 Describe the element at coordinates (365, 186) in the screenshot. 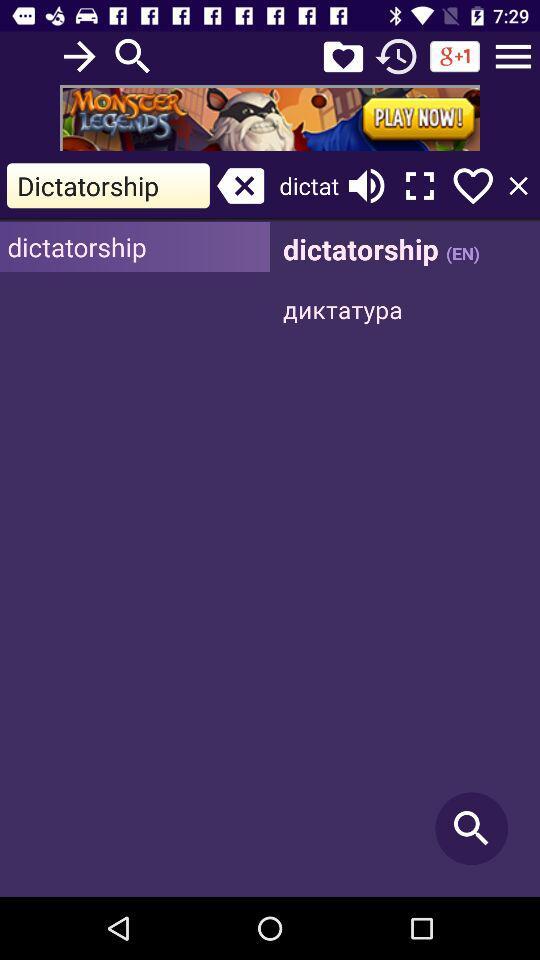

I see `the volume button` at that location.